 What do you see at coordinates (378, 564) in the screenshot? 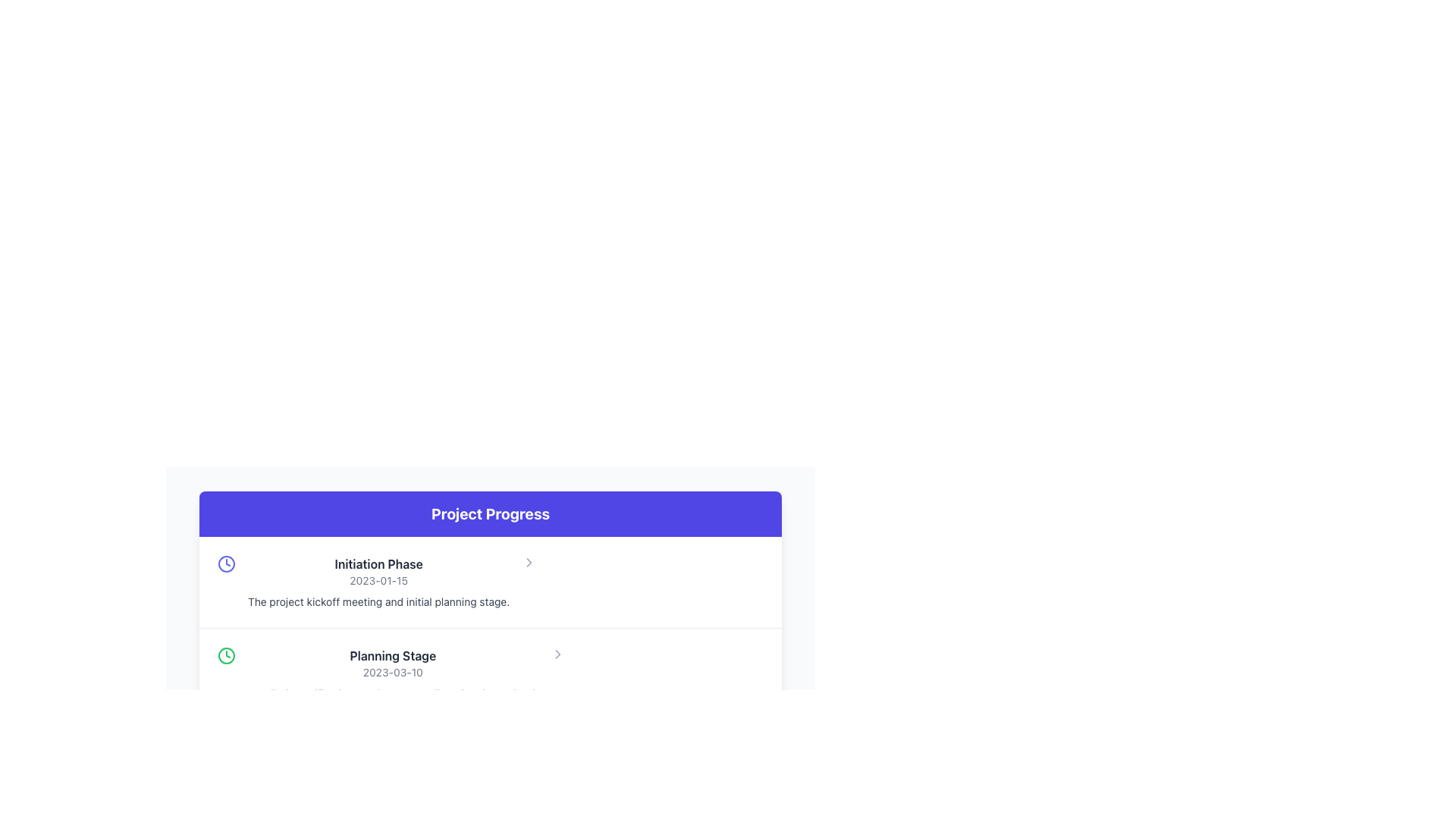
I see `the Text Header element displaying 'Initiation Phase' in bold within the 'Project Progress' section` at bounding box center [378, 564].